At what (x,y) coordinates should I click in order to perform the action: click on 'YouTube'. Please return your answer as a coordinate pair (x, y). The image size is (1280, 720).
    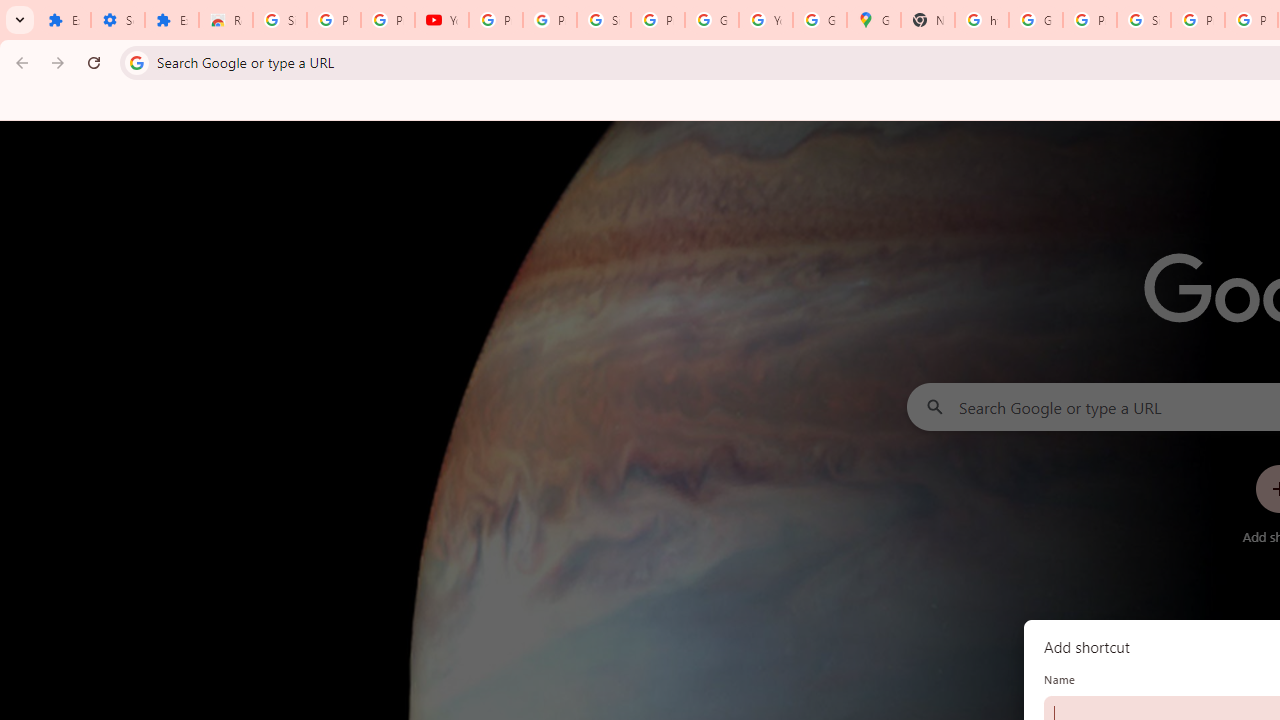
    Looking at the image, I should click on (440, 20).